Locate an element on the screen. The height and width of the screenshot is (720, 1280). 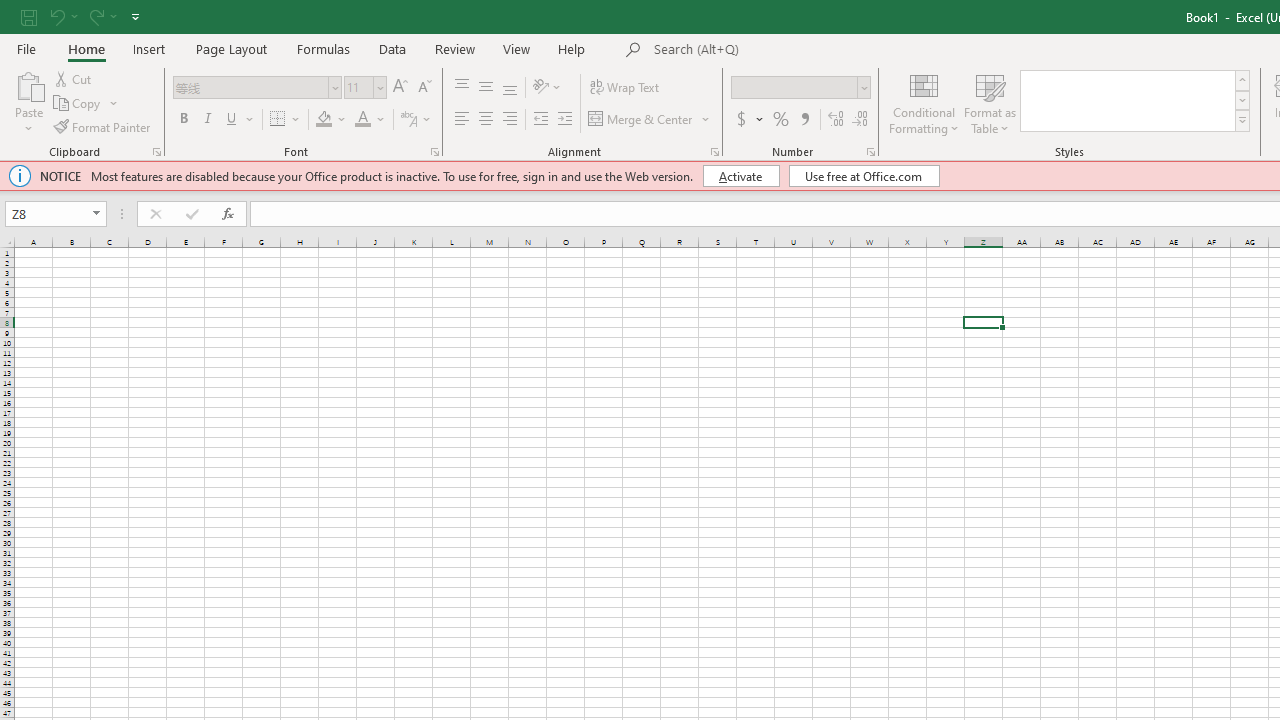
'Redo' is located at coordinates (94, 16).